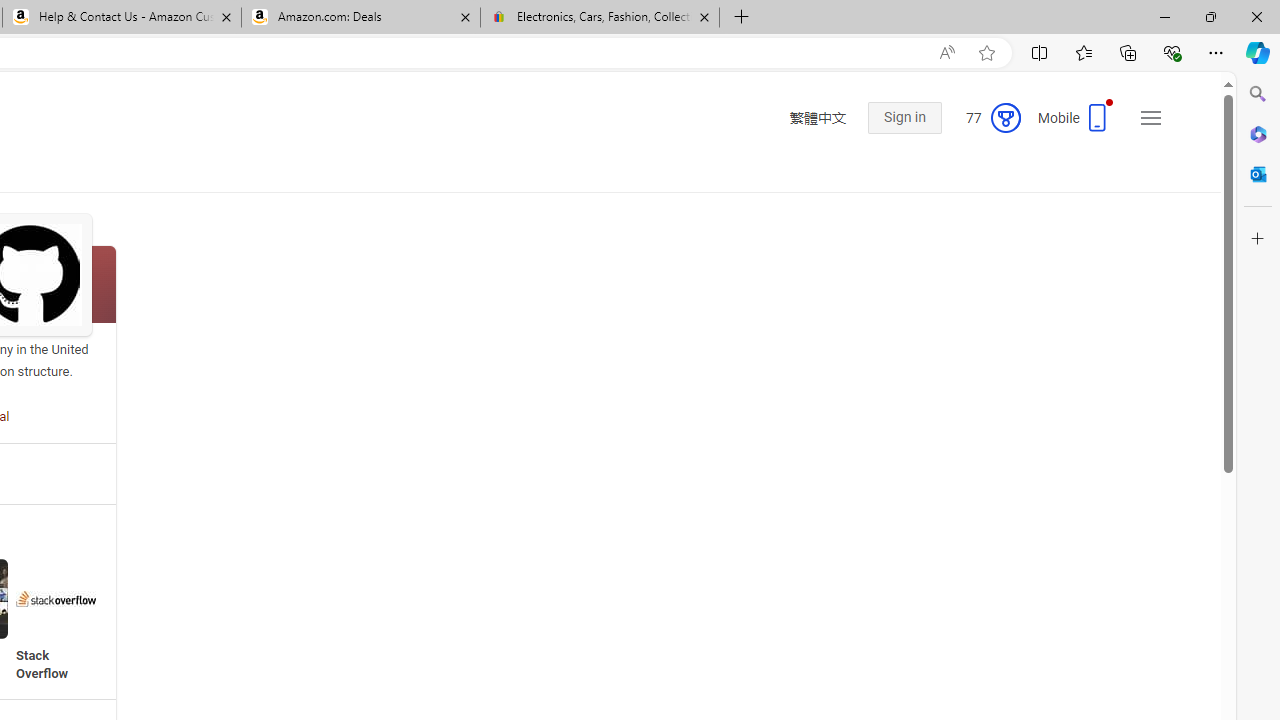 This screenshot has height=720, width=1280. Describe the element at coordinates (1074, 124) in the screenshot. I see `'Mobile'` at that location.